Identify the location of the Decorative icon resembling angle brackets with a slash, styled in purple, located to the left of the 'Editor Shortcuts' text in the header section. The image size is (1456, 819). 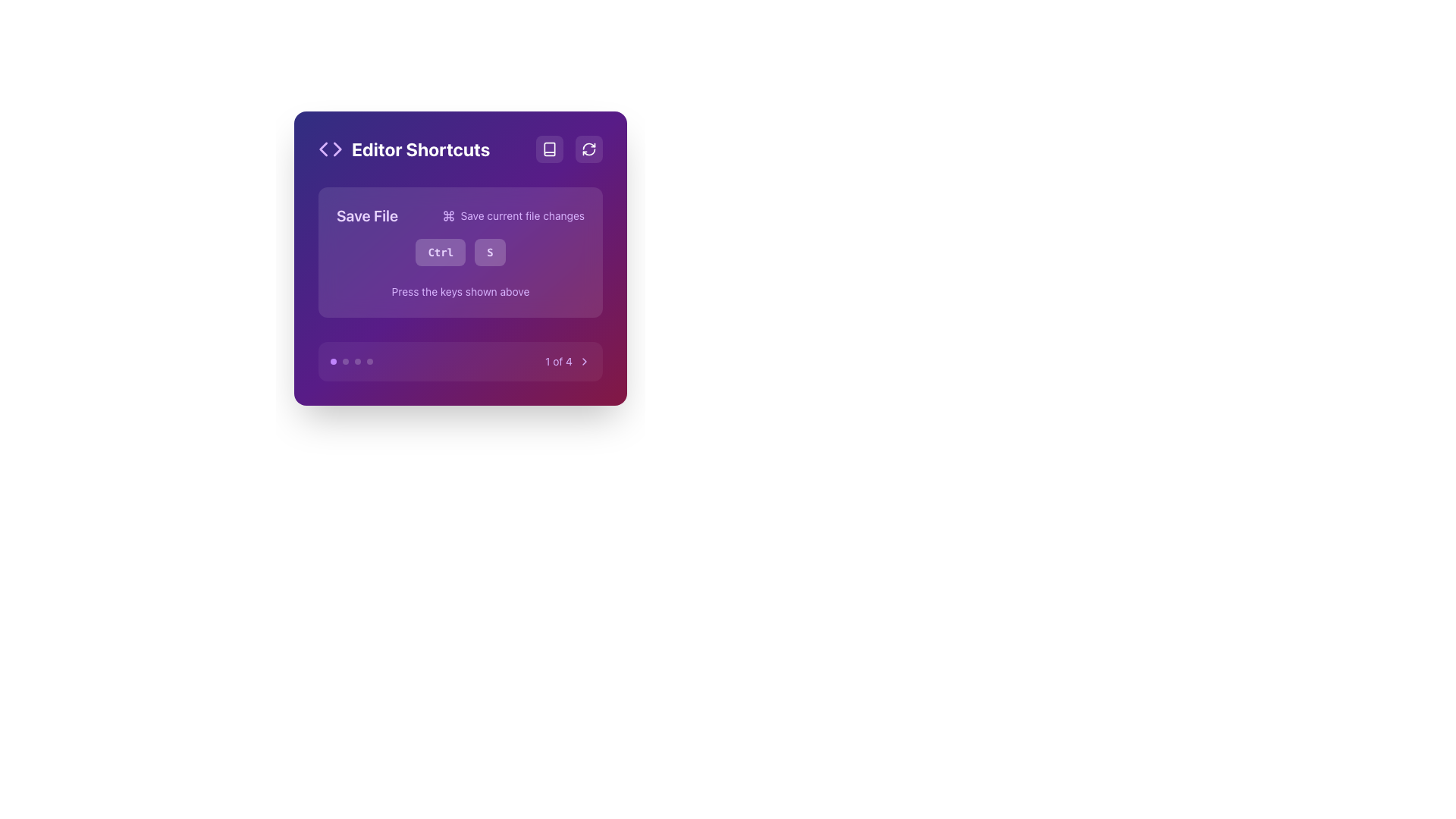
(330, 149).